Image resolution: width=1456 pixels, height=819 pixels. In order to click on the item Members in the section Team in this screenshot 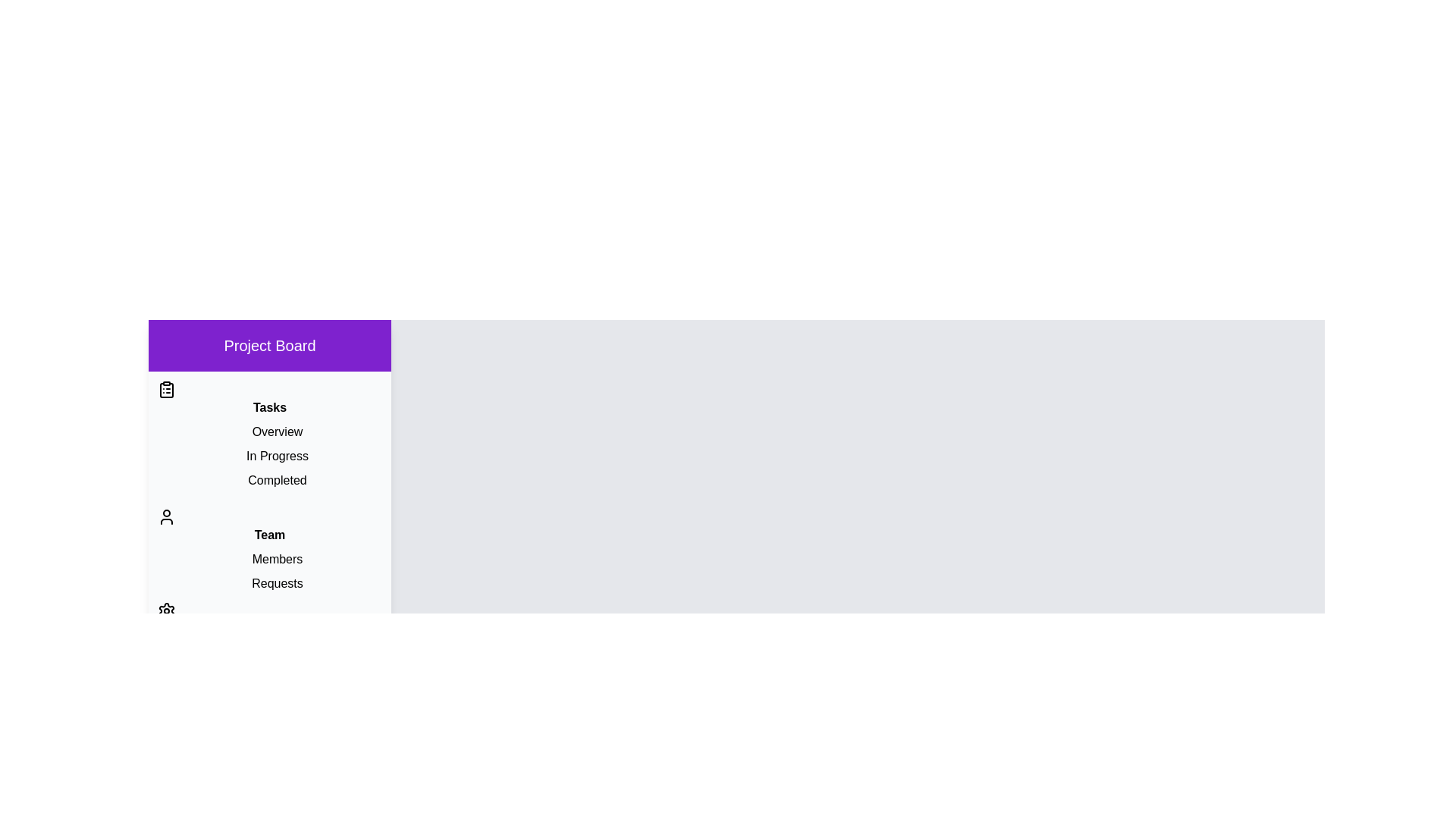, I will do `click(269, 559)`.